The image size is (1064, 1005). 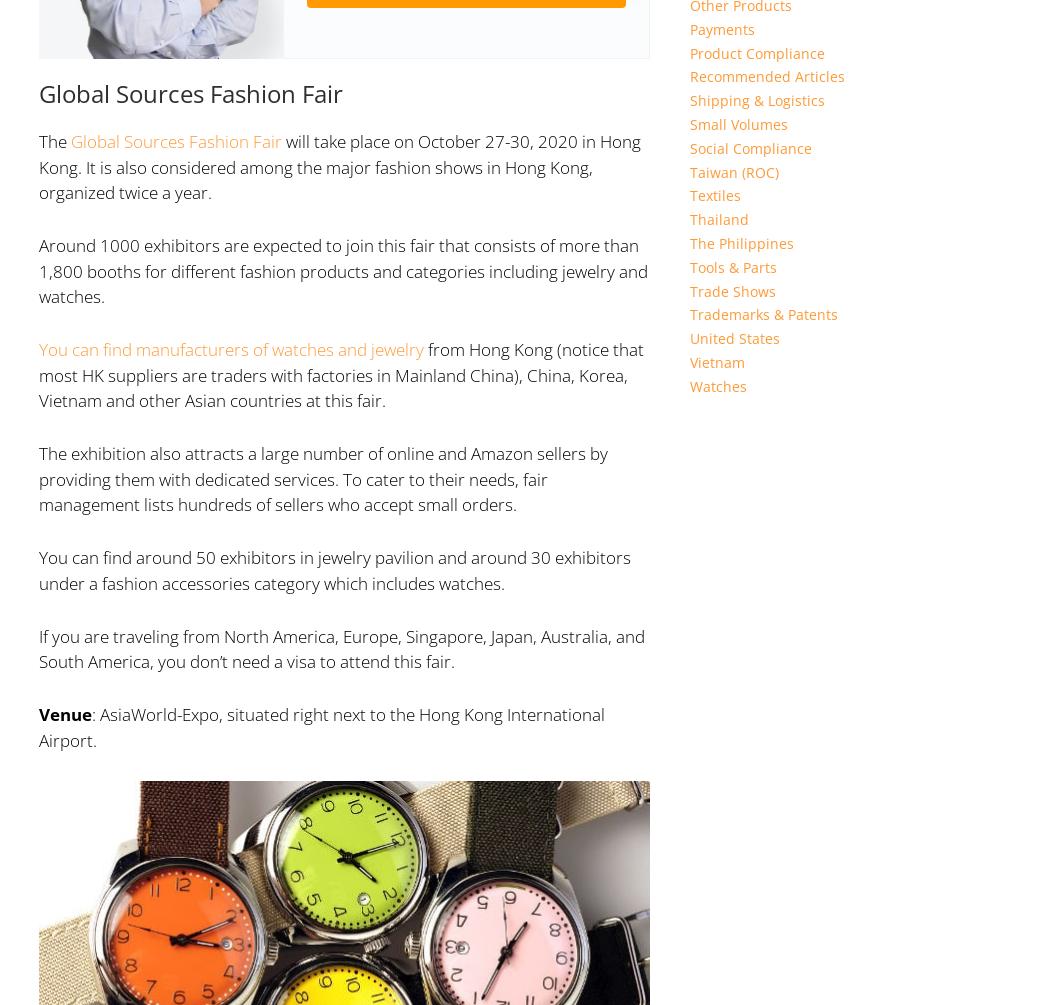 I want to click on 'Venue', so click(x=64, y=714).